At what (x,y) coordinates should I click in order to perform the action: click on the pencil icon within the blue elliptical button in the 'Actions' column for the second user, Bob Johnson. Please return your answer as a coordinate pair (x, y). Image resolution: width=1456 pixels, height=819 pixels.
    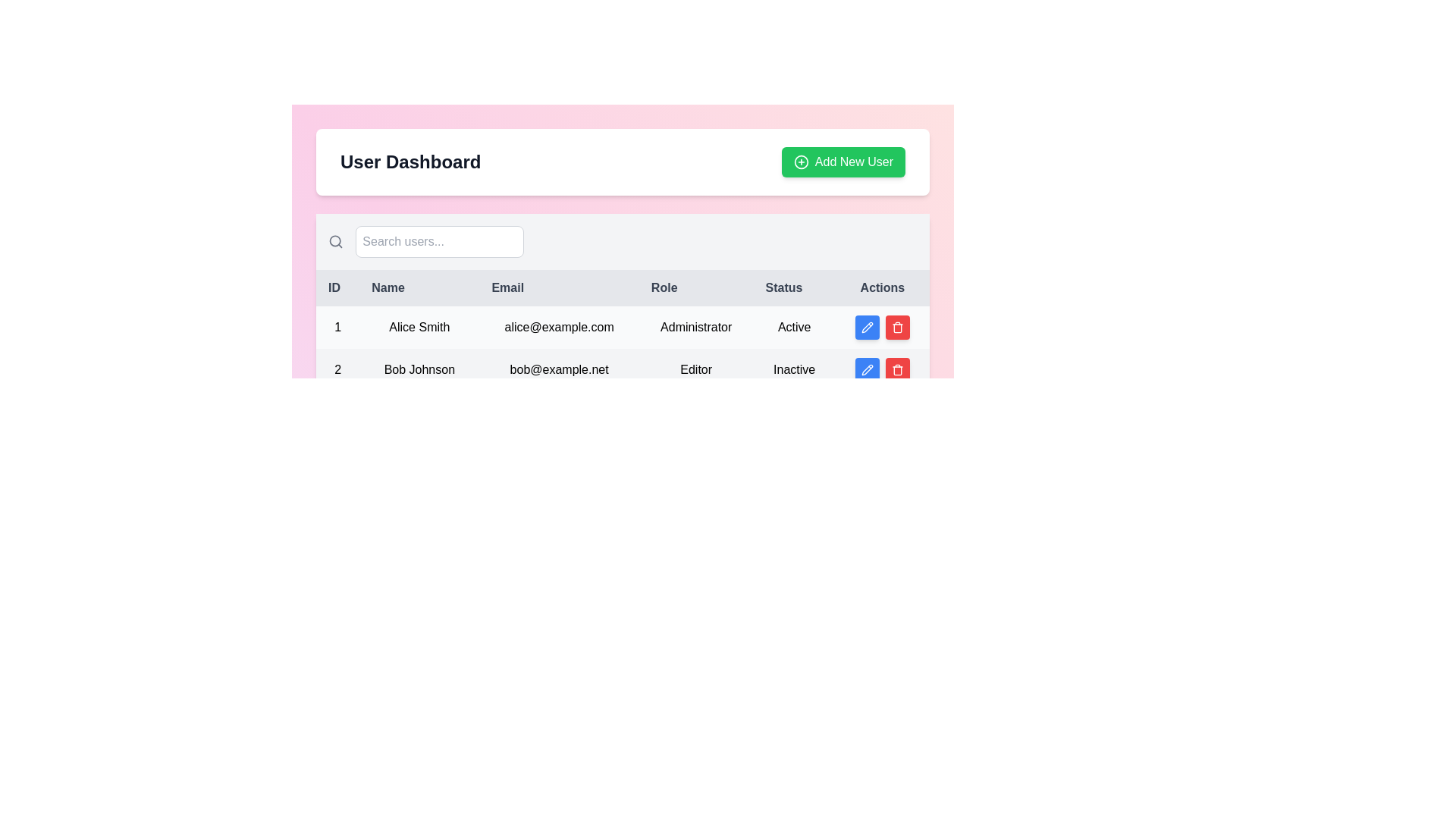
    Looking at the image, I should click on (867, 370).